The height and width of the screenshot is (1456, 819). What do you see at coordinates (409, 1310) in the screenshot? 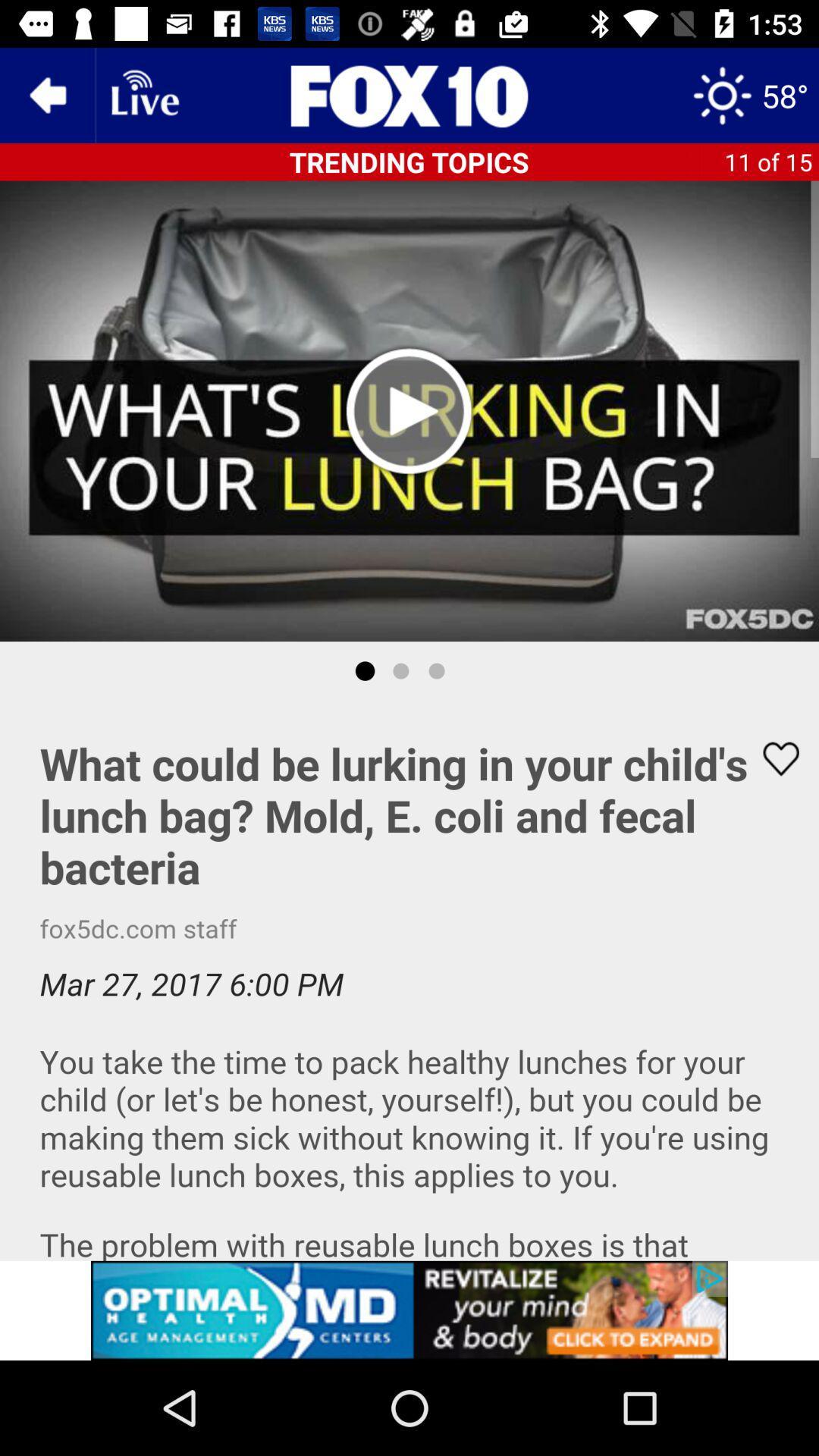
I see `adventisment` at bounding box center [409, 1310].